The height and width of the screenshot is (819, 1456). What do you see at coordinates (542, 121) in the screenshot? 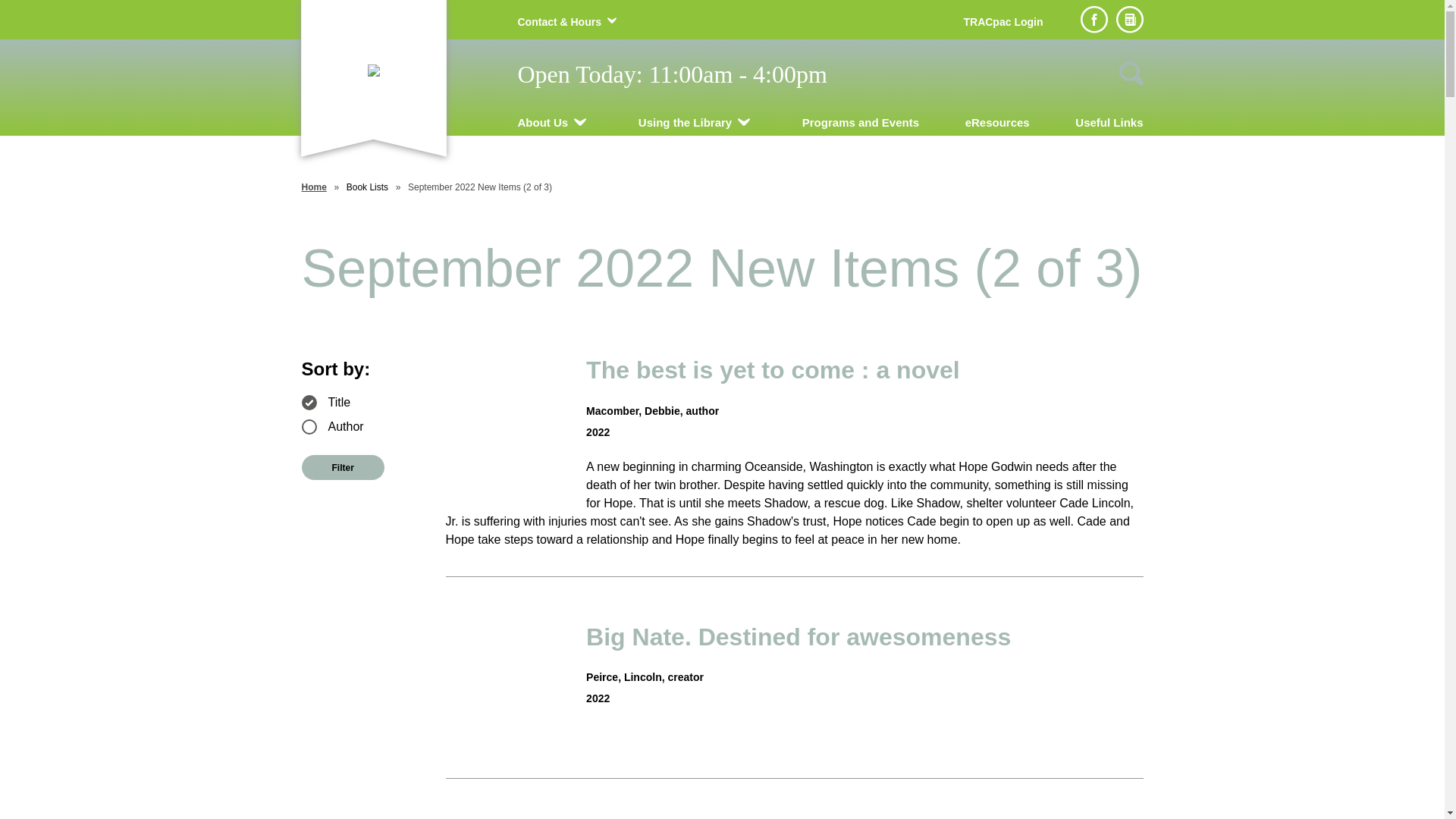
I see `'About Us'` at bounding box center [542, 121].